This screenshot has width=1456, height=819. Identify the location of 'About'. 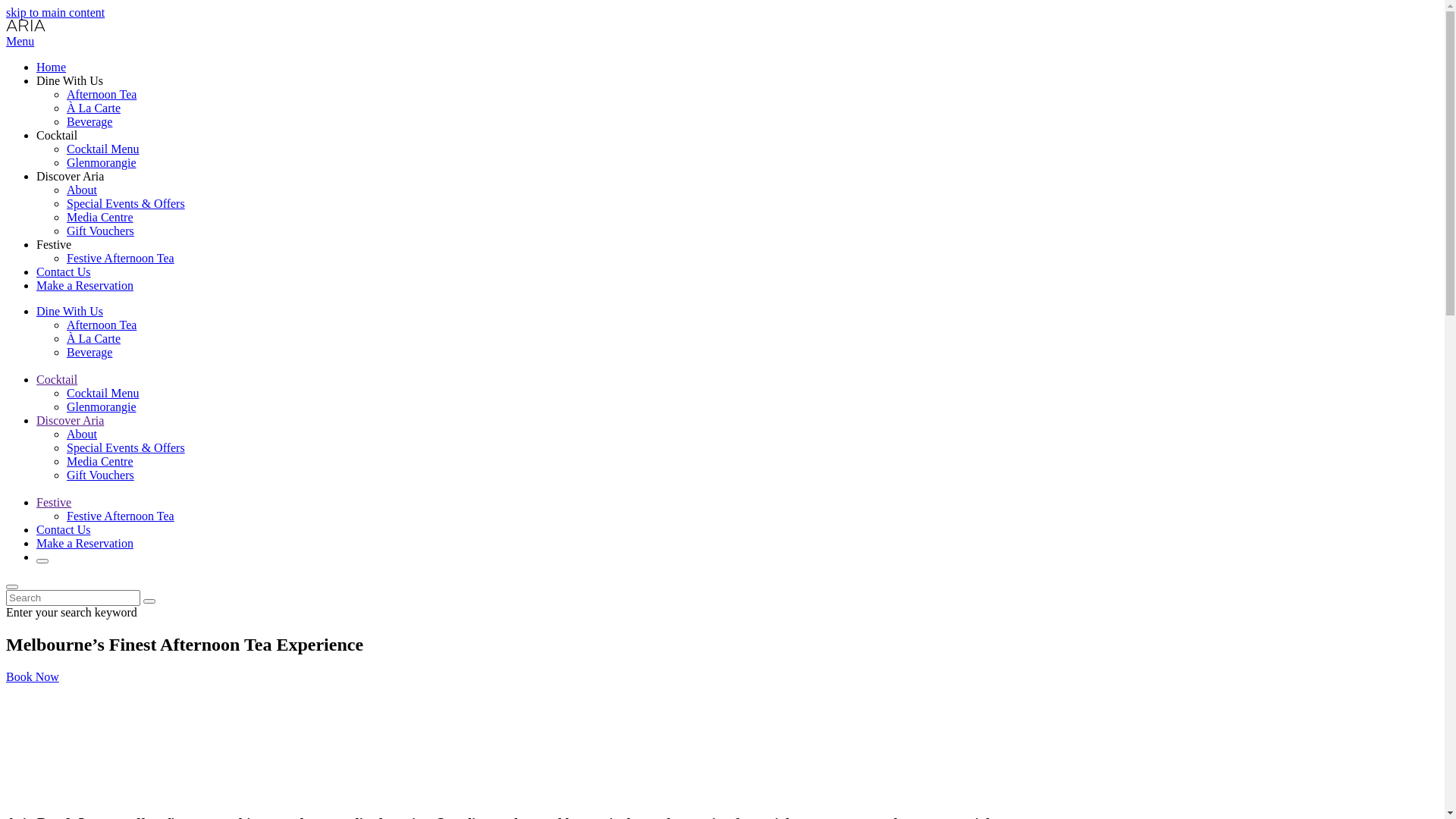
(80, 434).